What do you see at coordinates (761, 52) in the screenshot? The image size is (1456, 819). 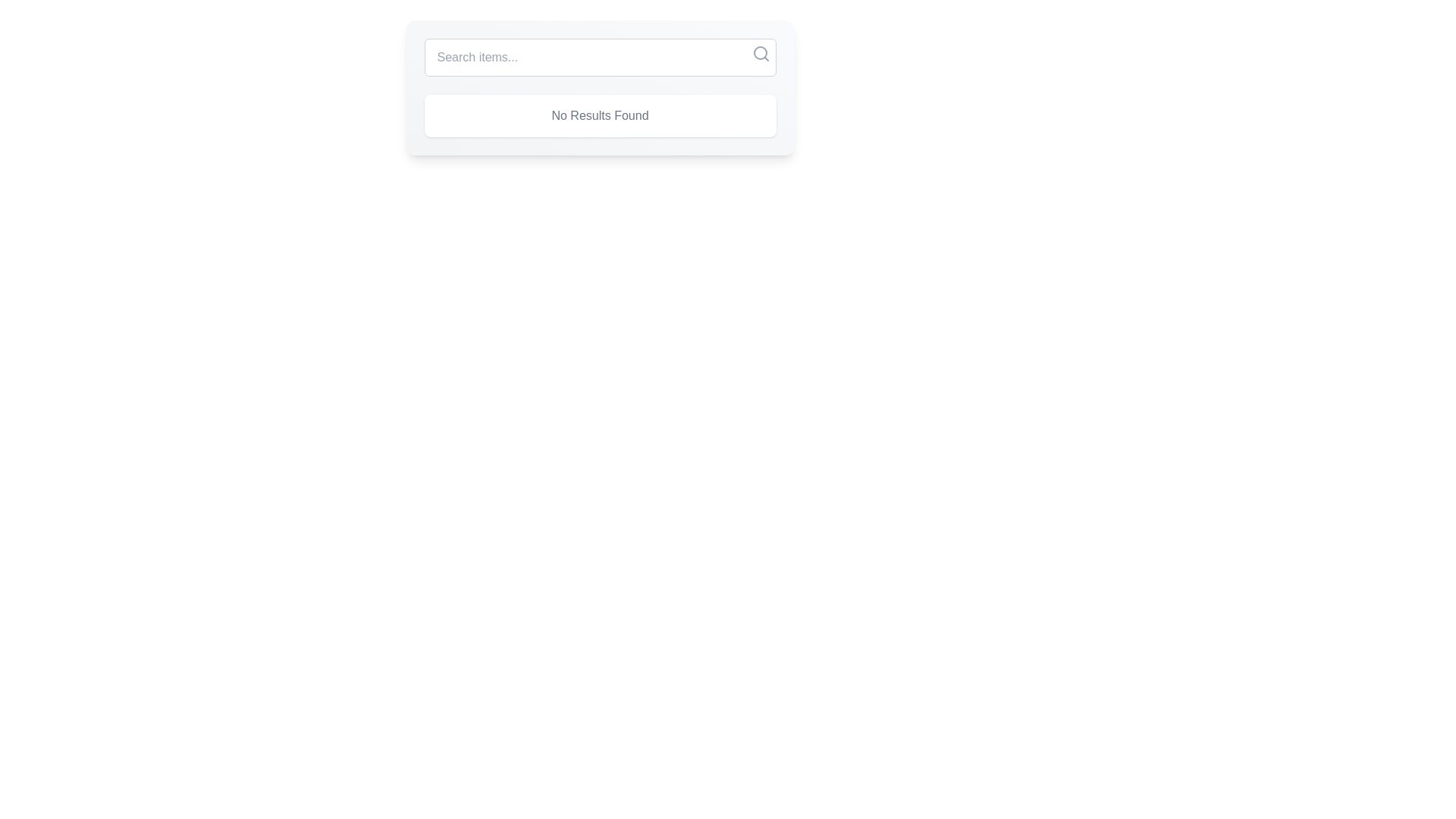 I see `the magnifying glass icon located at the upper-right section of the search bar` at bounding box center [761, 52].